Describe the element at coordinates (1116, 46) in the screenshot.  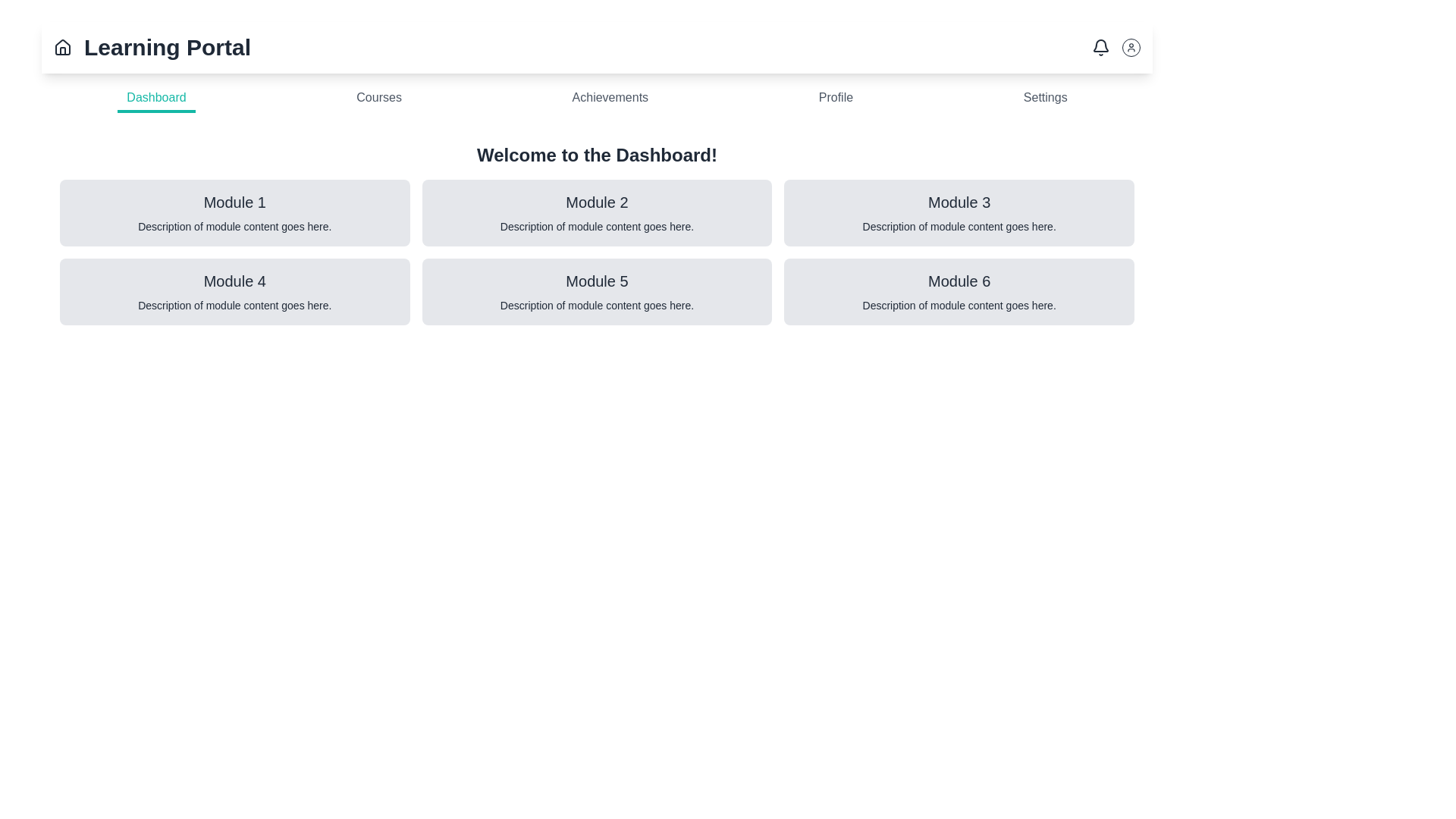
I see `the user avatar icon in the top-right corner of the interface` at that location.